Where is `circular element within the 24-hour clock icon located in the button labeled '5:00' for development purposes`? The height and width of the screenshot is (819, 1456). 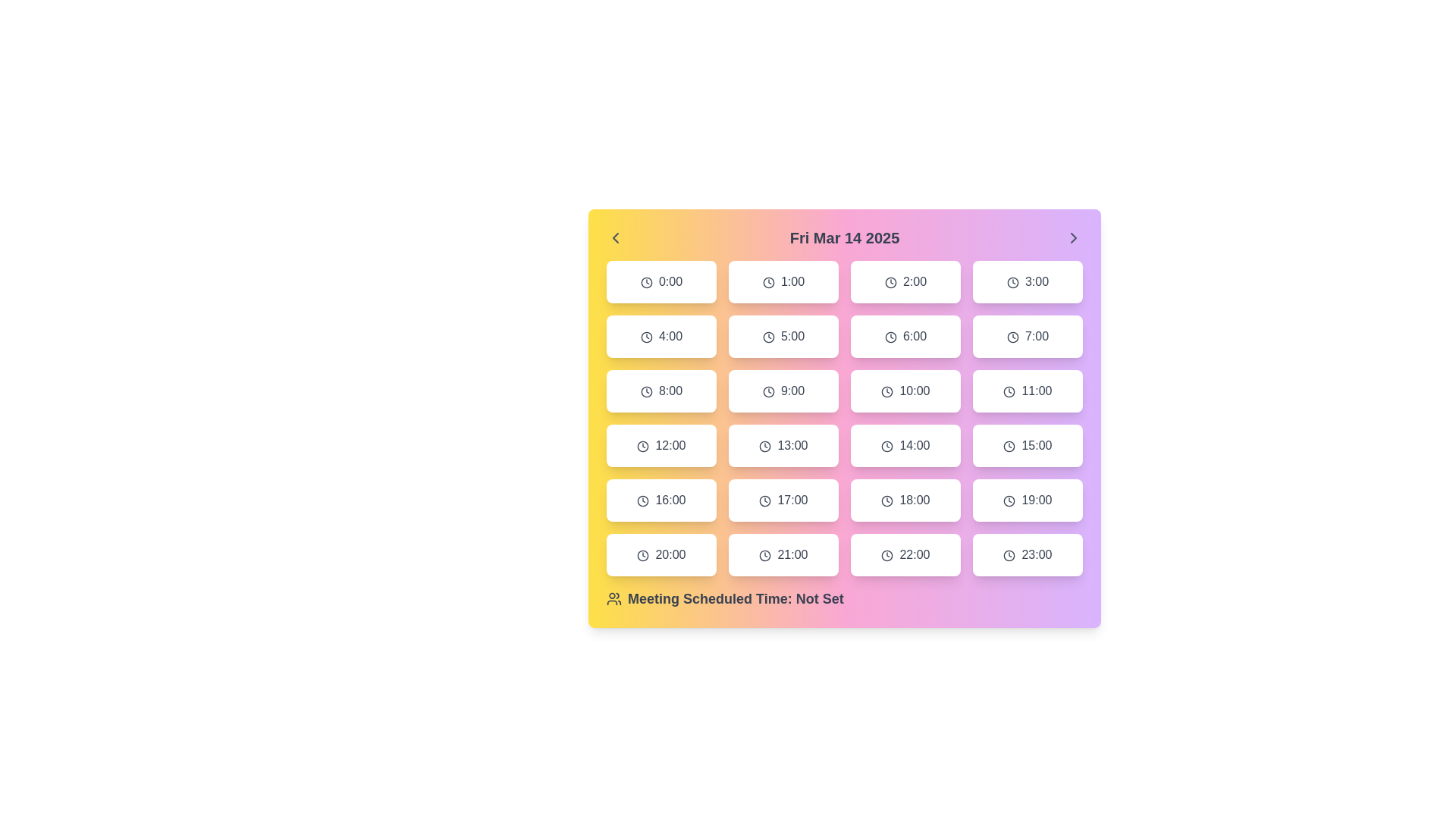
circular element within the 24-hour clock icon located in the button labeled '5:00' for development purposes is located at coordinates (768, 336).